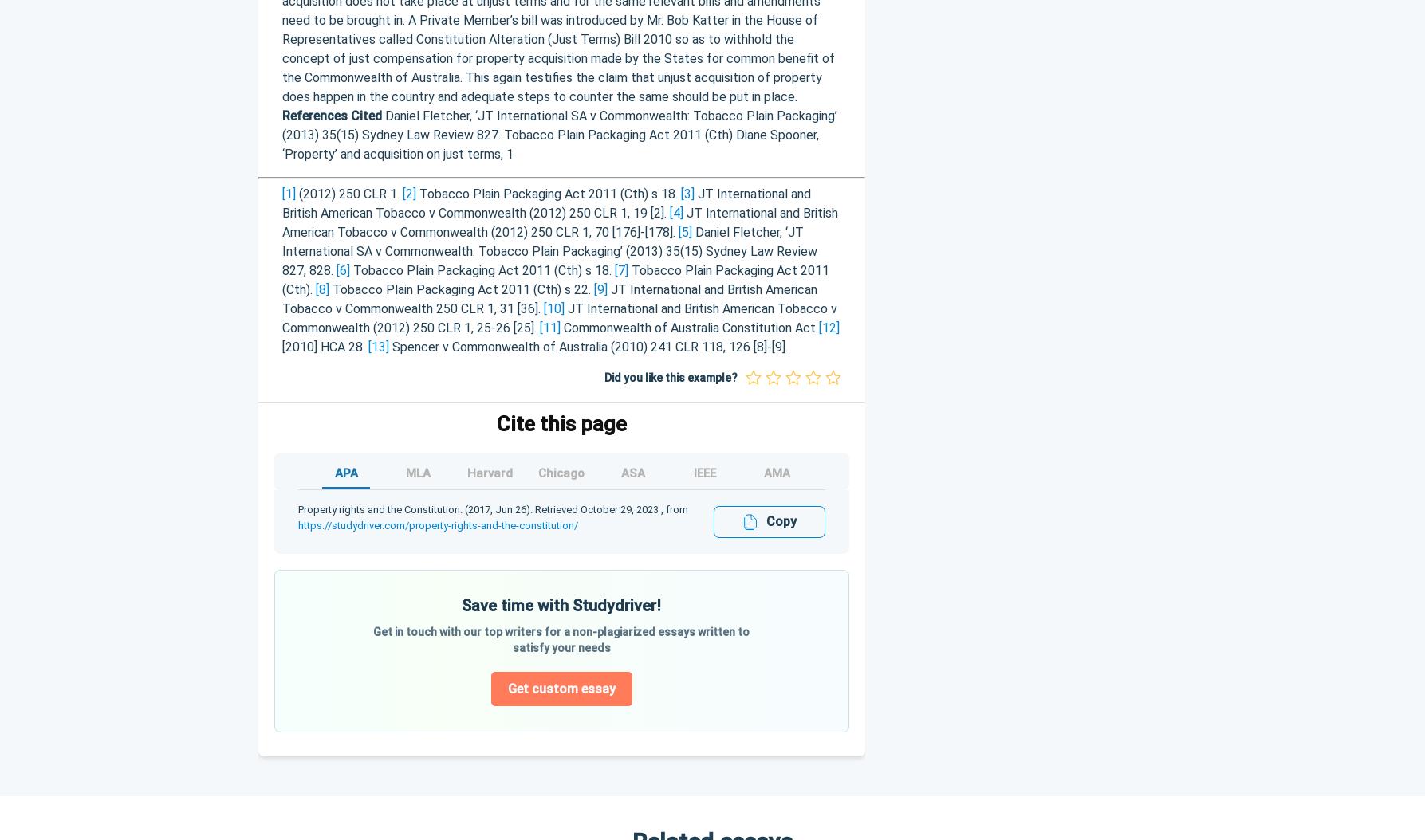 The height and width of the screenshot is (840, 1425). What do you see at coordinates (280, 346) in the screenshot?
I see `'[2010] HCA 28.'` at bounding box center [280, 346].